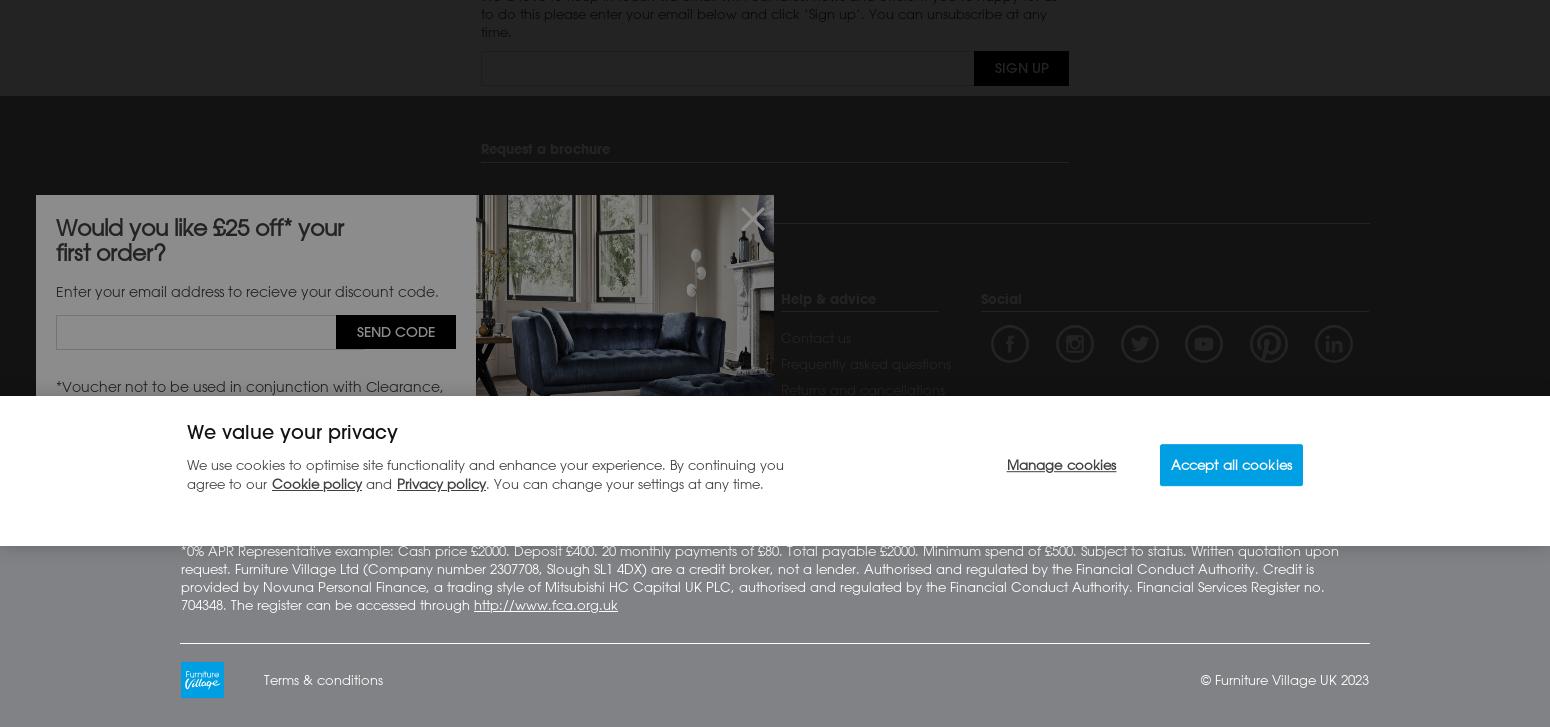  I want to click on 'Brands directory', so click(431, 362).